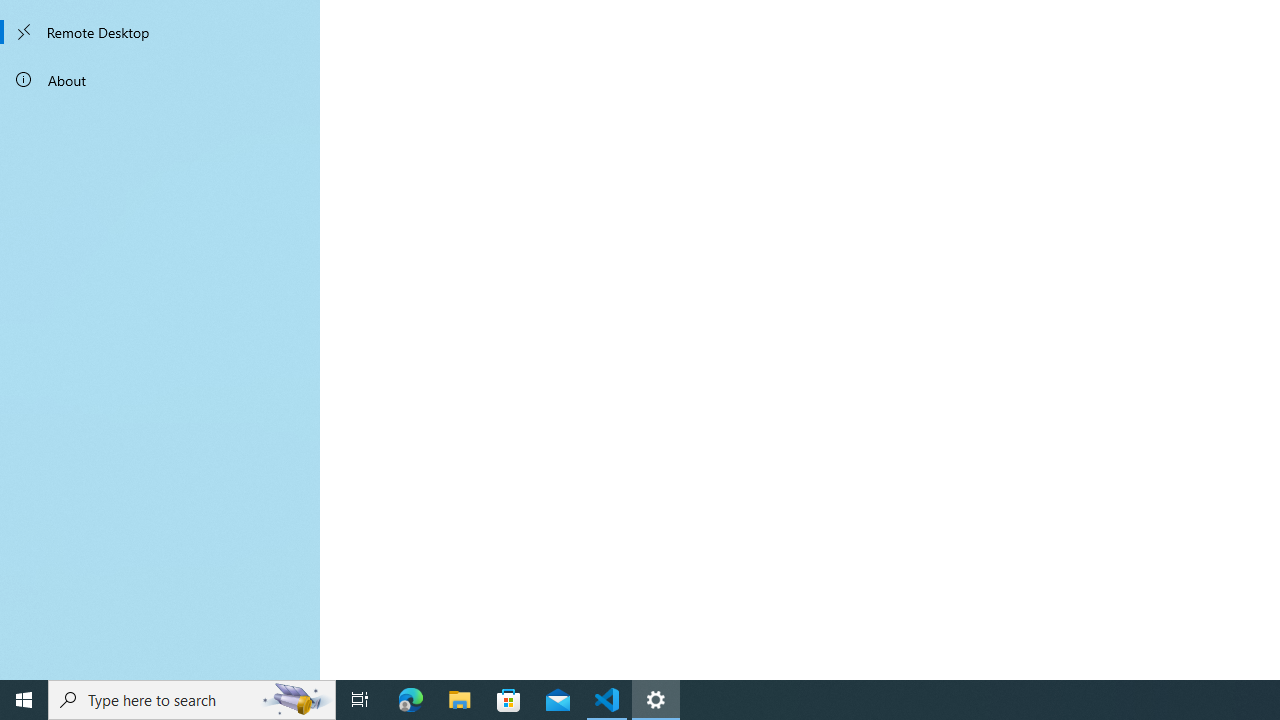  What do you see at coordinates (294, 698) in the screenshot?
I see `'Search highlights icon opens search home window'` at bounding box center [294, 698].